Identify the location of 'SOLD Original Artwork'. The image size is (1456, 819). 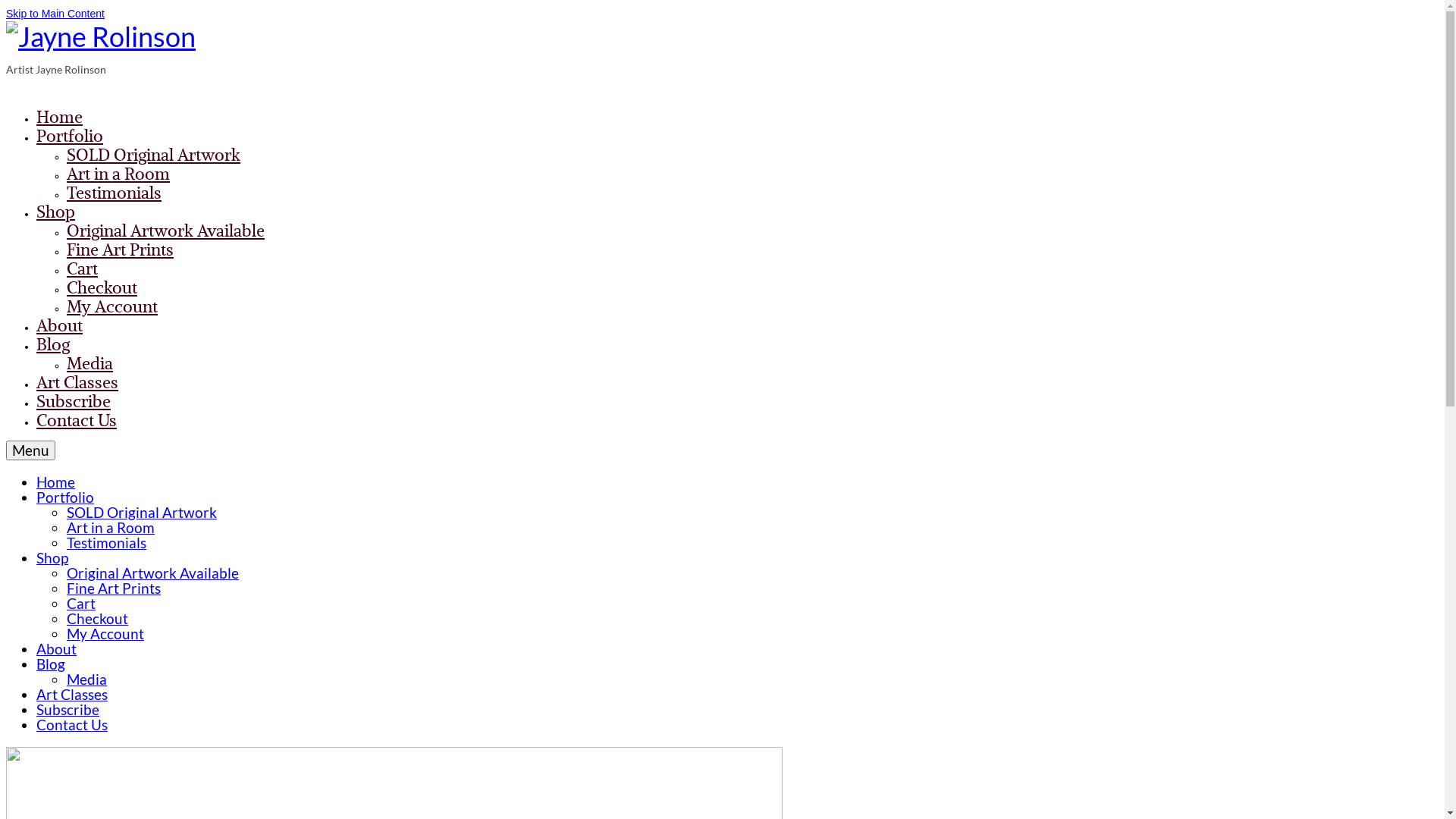
(142, 512).